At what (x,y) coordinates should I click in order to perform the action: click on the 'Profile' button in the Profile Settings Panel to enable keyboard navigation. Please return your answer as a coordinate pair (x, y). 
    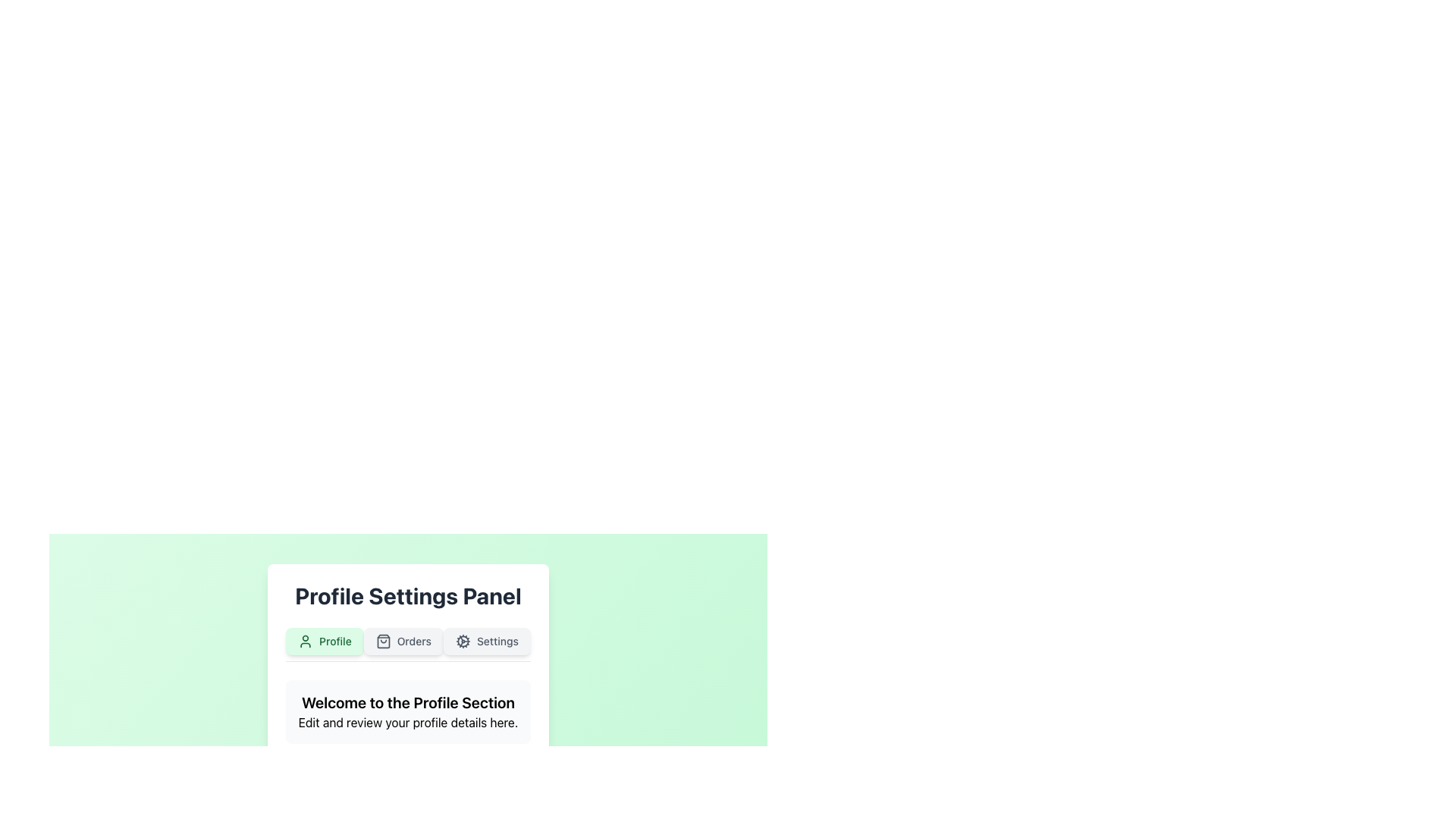
    Looking at the image, I should click on (324, 641).